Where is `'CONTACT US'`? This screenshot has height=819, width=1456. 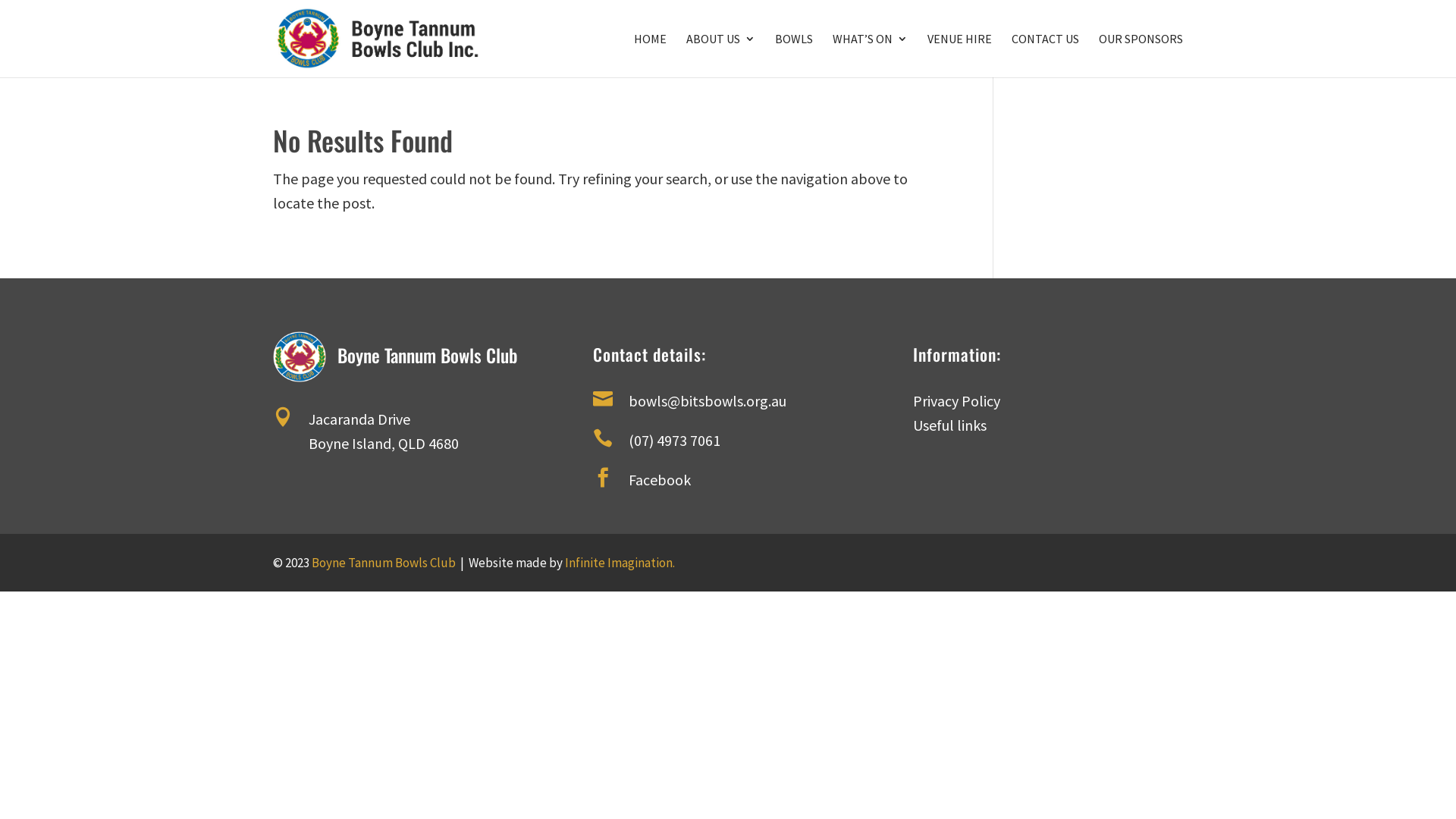
'CONTACT US' is located at coordinates (1012, 55).